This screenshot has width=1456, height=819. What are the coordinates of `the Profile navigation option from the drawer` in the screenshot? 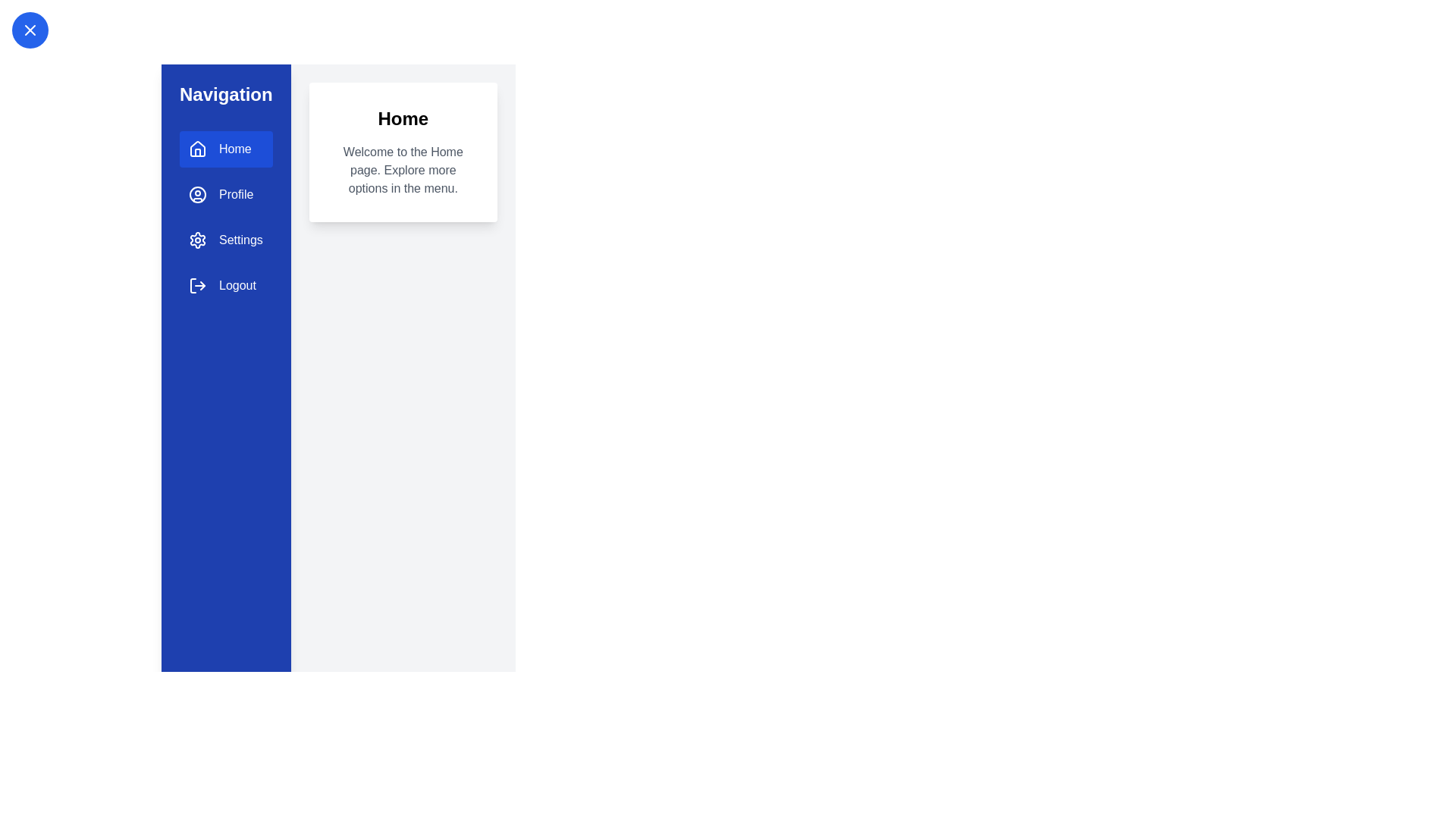 It's located at (224, 194).